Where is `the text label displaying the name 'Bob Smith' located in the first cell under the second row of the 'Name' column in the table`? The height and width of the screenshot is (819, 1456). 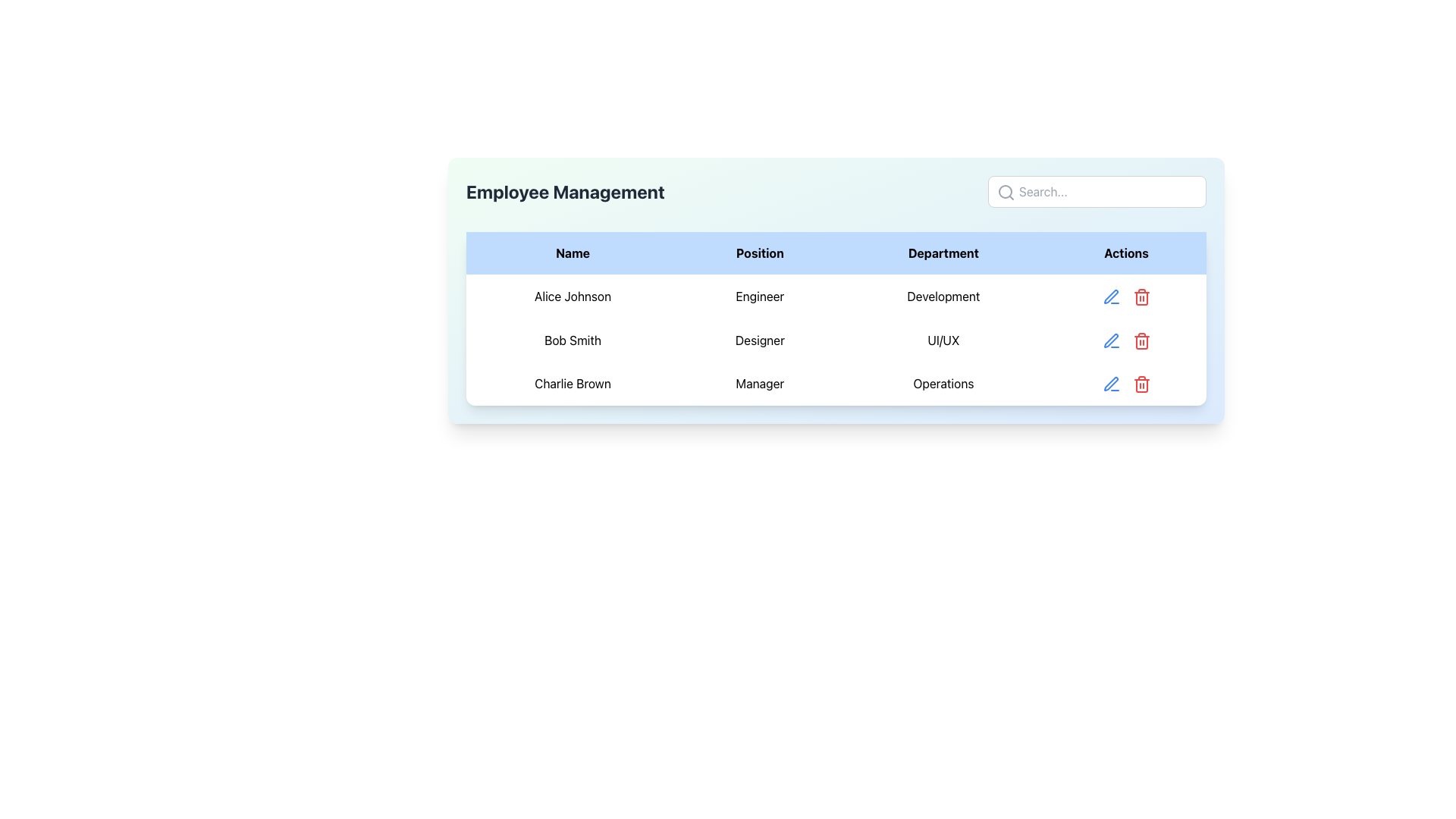
the text label displaying the name 'Bob Smith' located in the first cell under the second row of the 'Name' column in the table is located at coordinates (572, 339).